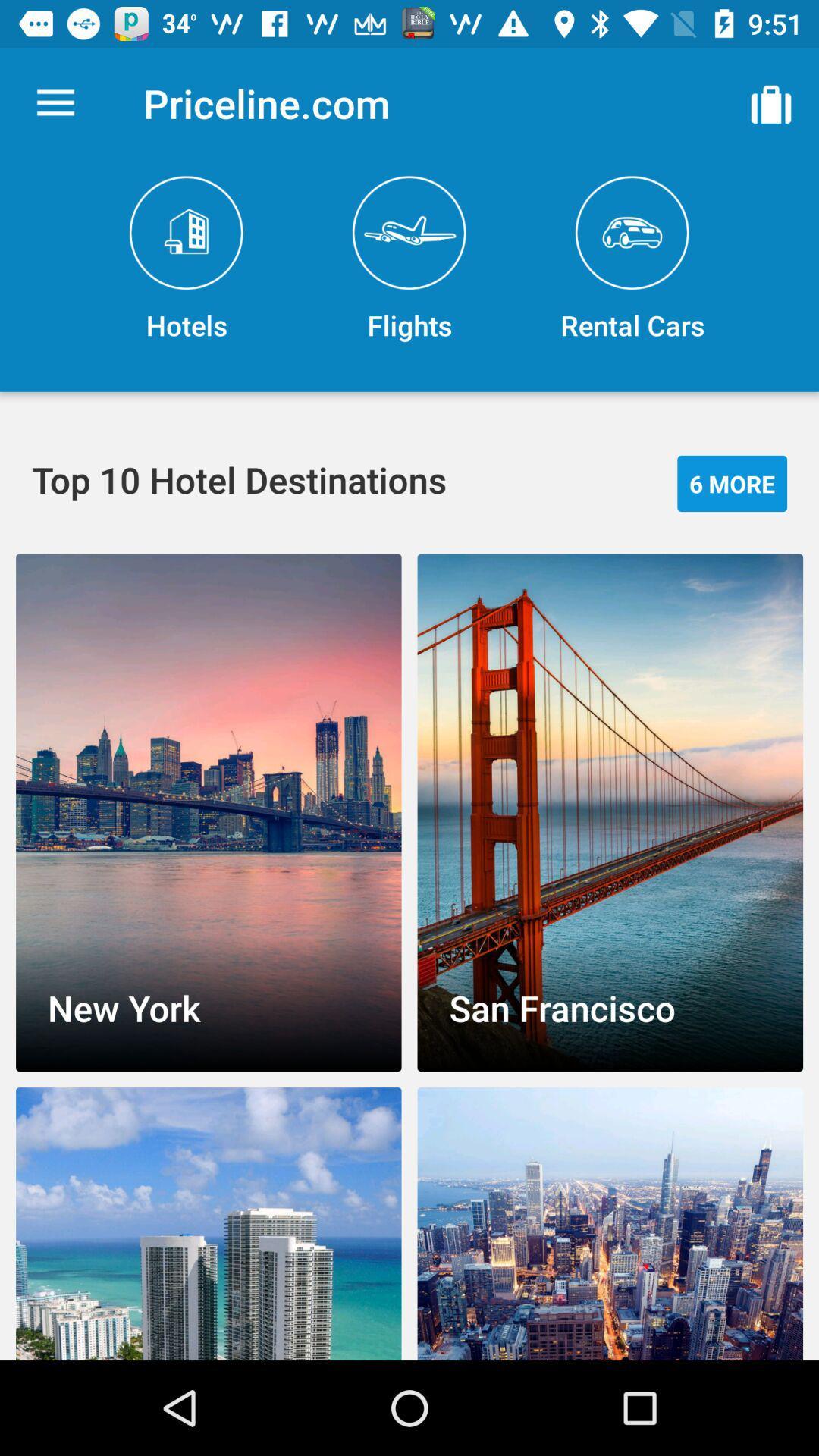  Describe the element at coordinates (771, 102) in the screenshot. I see `item next to the flights item` at that location.